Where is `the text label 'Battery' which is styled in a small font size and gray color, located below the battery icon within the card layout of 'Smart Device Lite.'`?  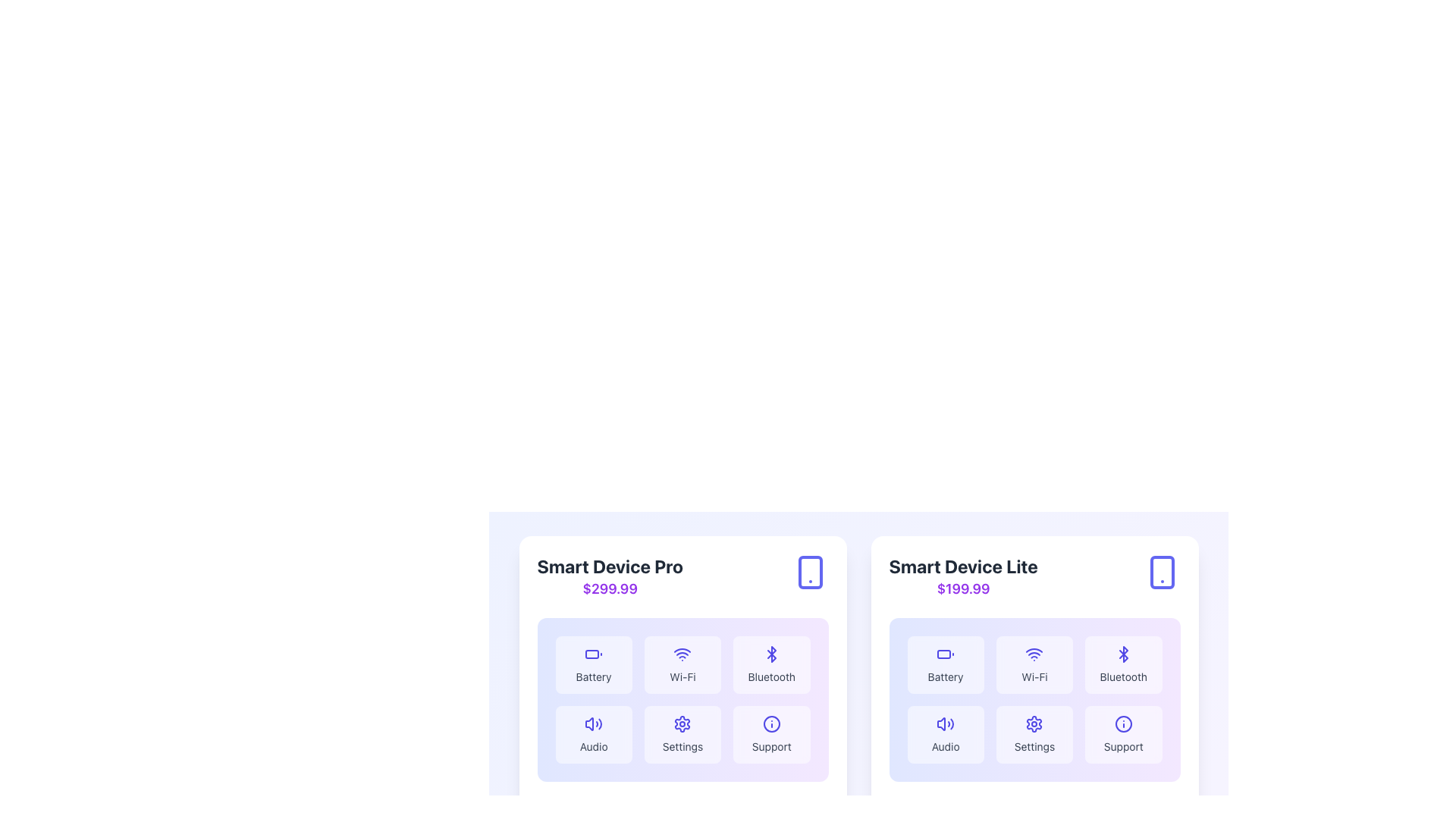 the text label 'Battery' which is styled in a small font size and gray color, located below the battery icon within the card layout of 'Smart Device Lite.' is located at coordinates (945, 676).